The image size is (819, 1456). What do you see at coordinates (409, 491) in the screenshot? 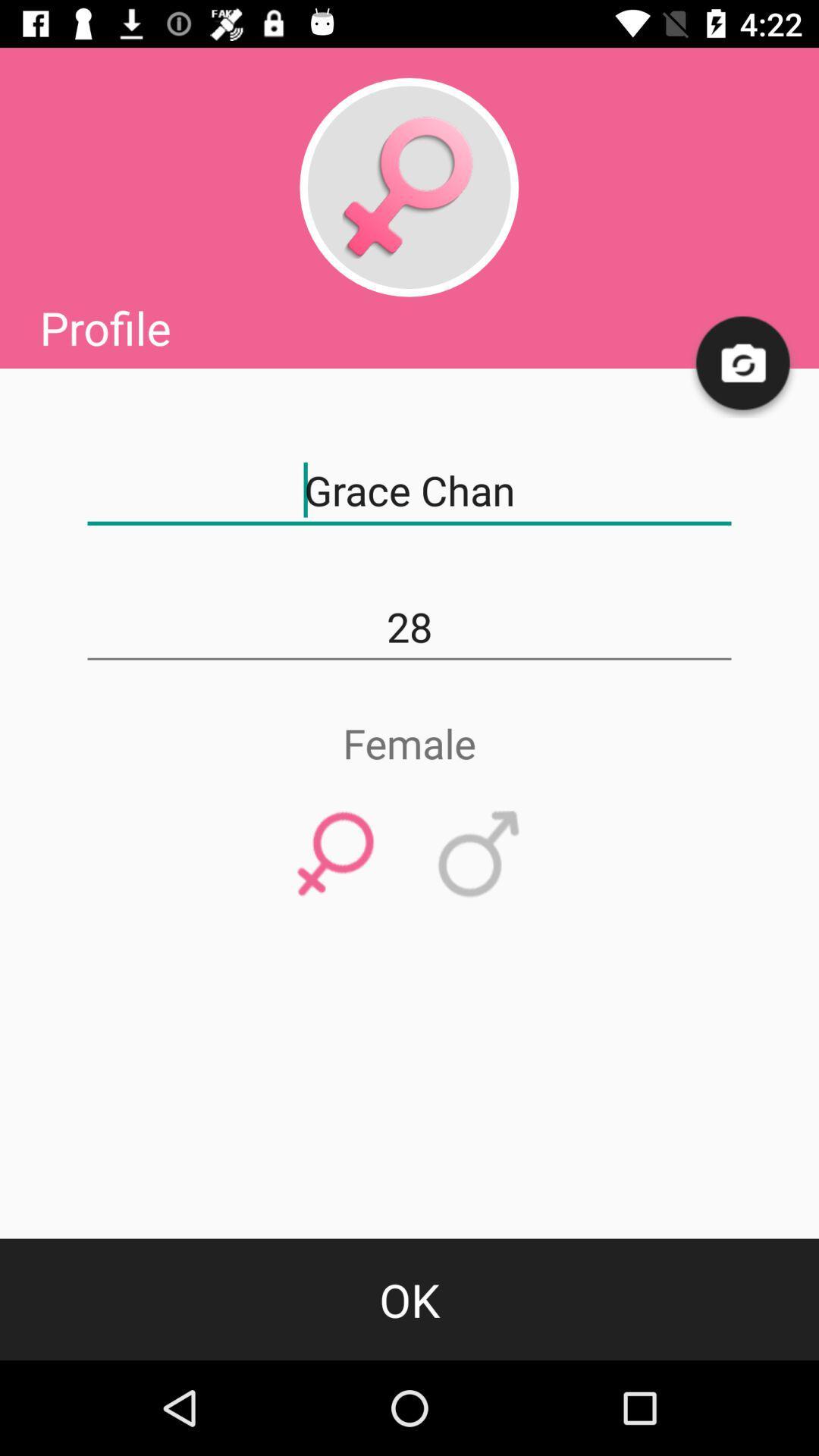
I see `item above the 28 item` at bounding box center [409, 491].